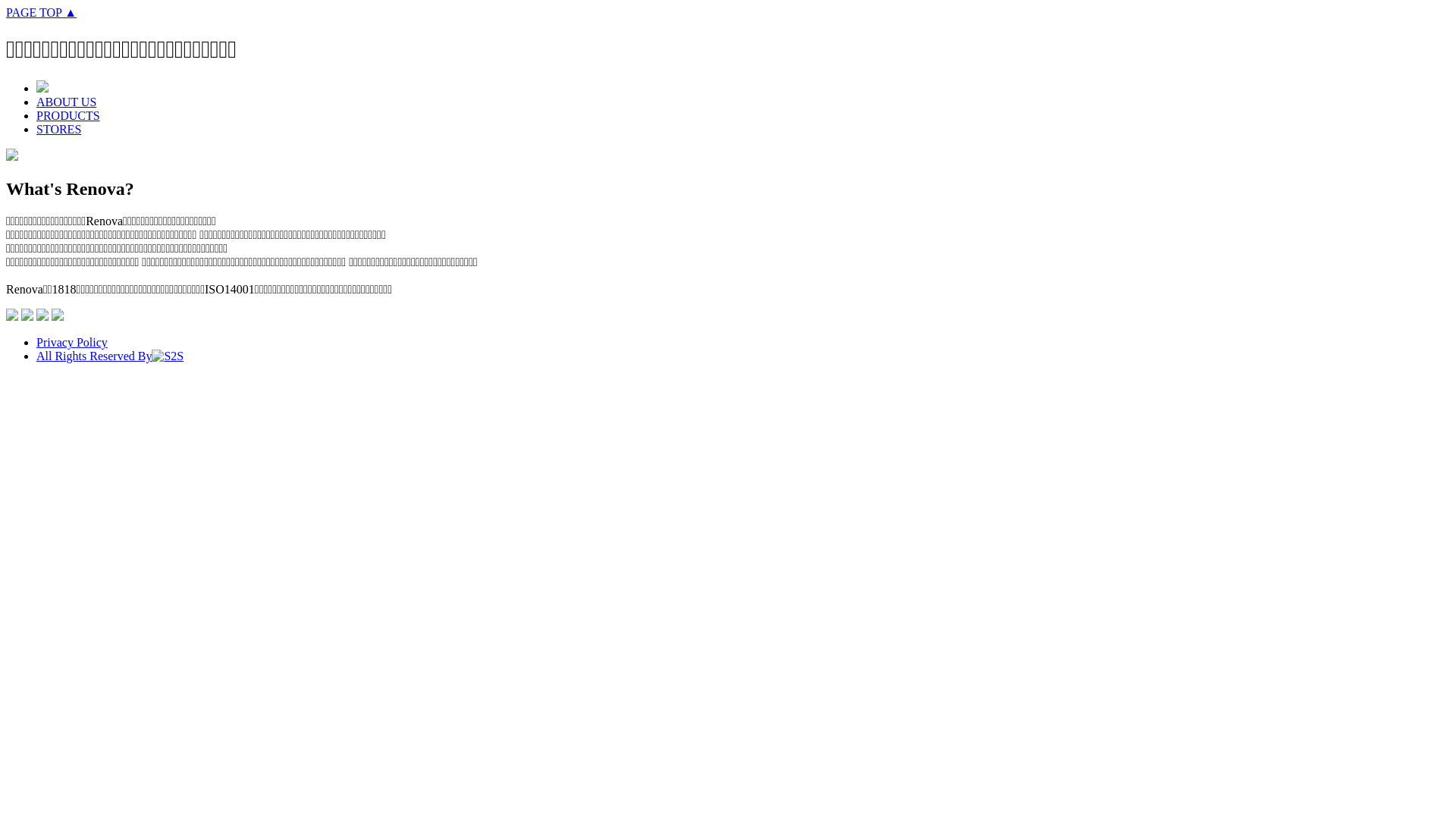 Image resolution: width=1456 pixels, height=819 pixels. Describe the element at coordinates (58, 128) in the screenshot. I see `'STORES'` at that location.